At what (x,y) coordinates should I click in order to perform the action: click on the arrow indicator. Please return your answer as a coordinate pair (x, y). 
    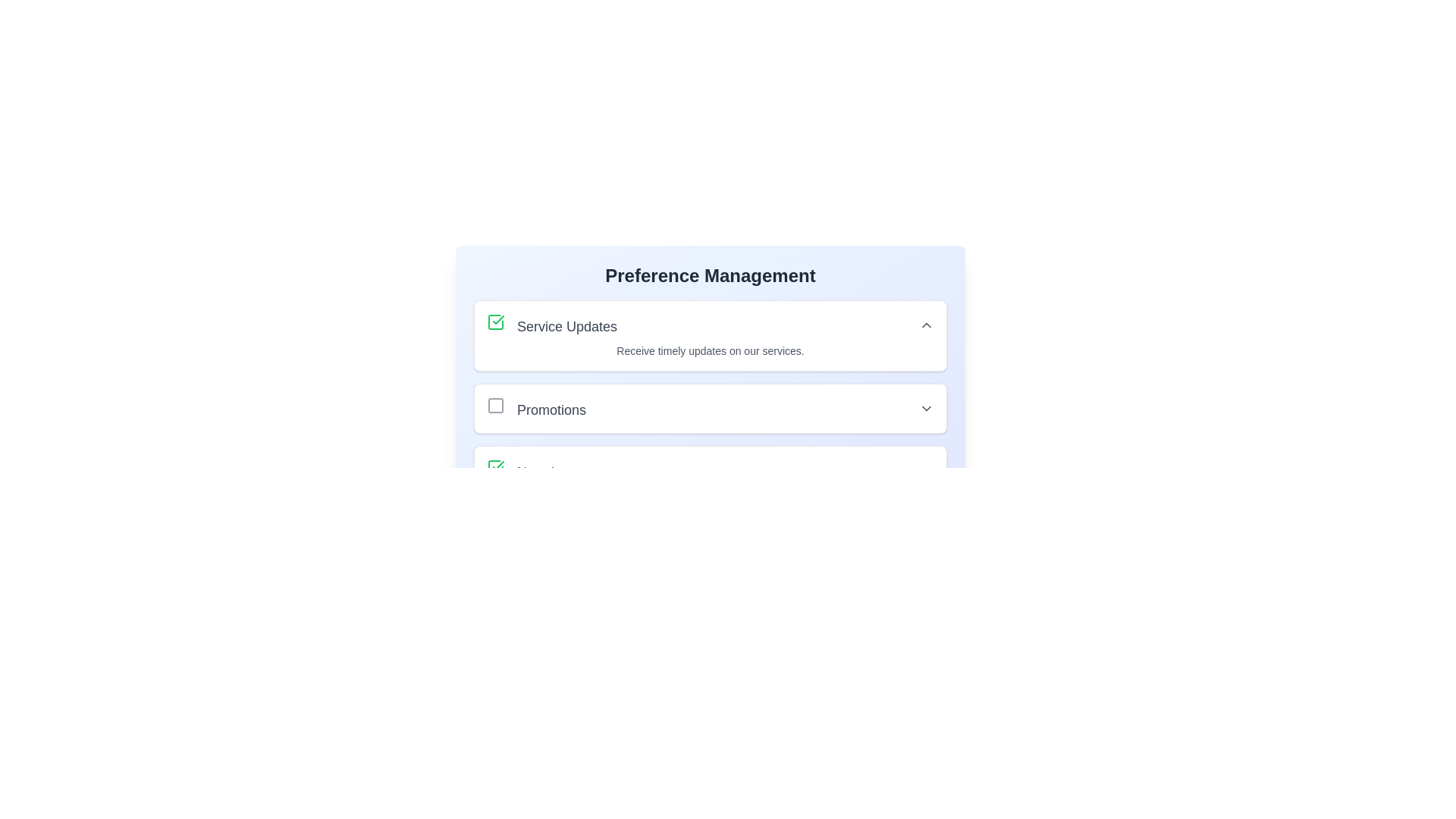
    Looking at the image, I should click on (709, 397).